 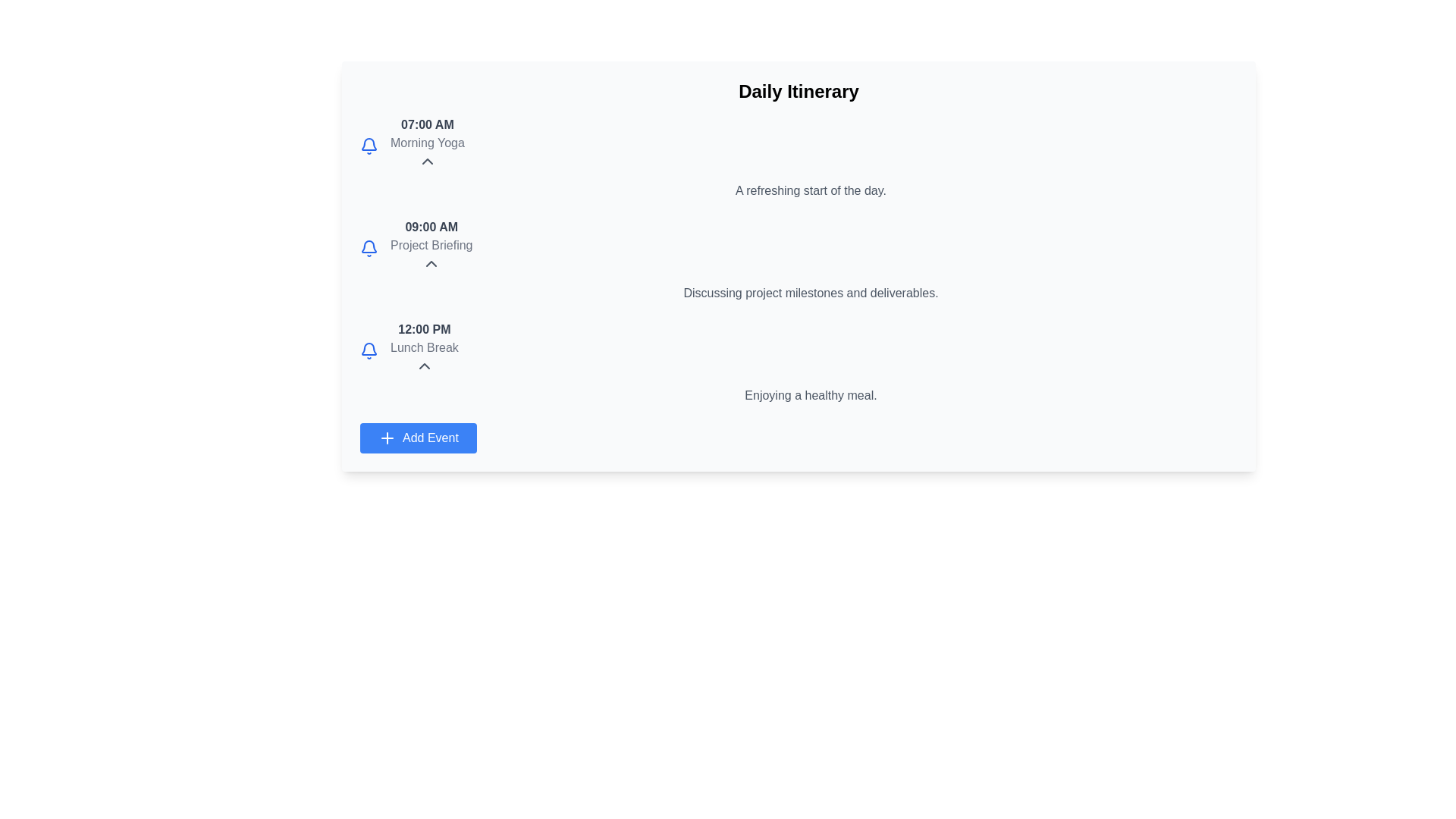 I want to click on the text label displaying '12:00 PM Lunch Break' in the daily itinerary interface, so click(x=424, y=350).